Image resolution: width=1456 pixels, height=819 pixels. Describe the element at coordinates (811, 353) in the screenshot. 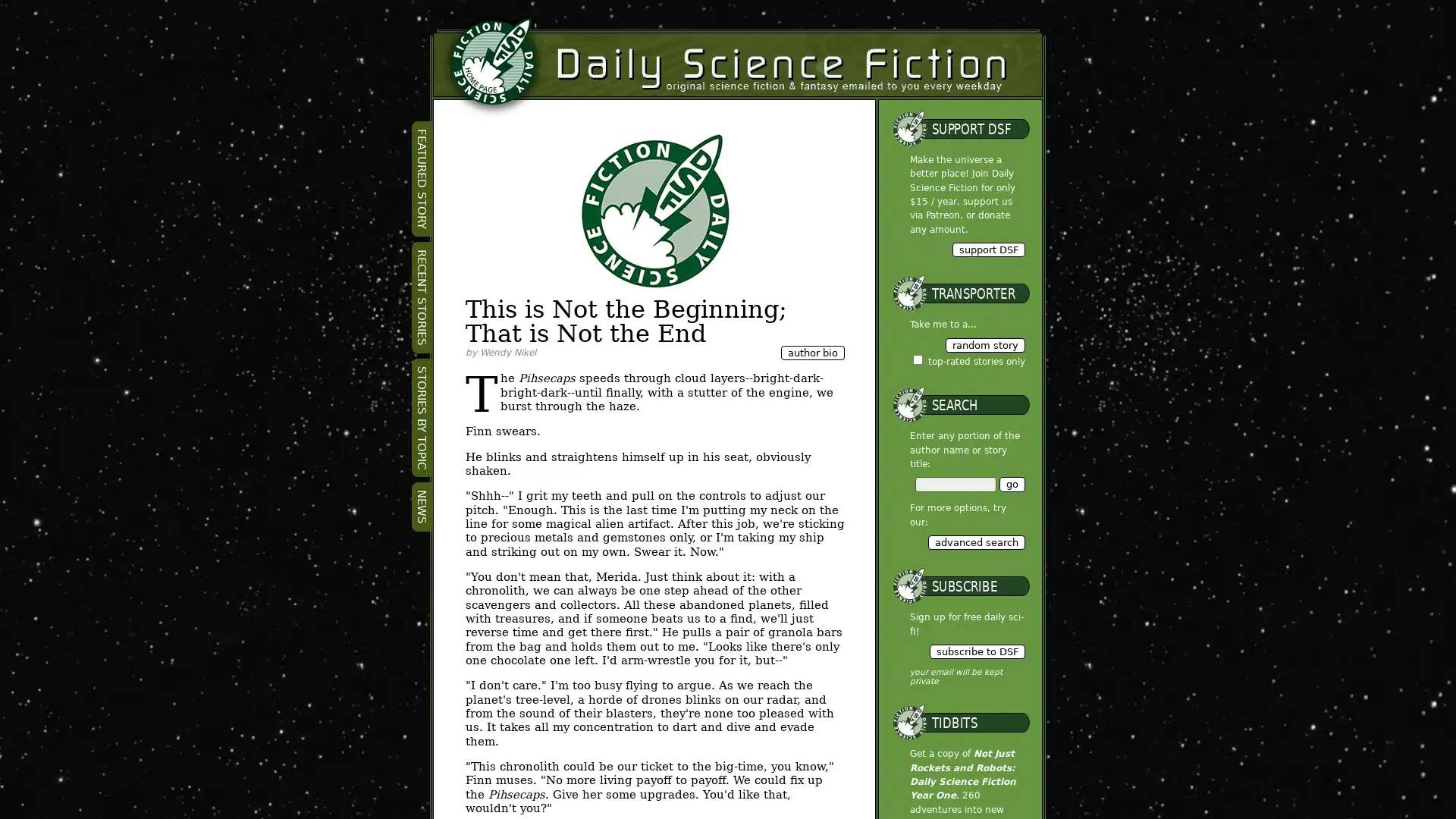

I see `author bio` at that location.